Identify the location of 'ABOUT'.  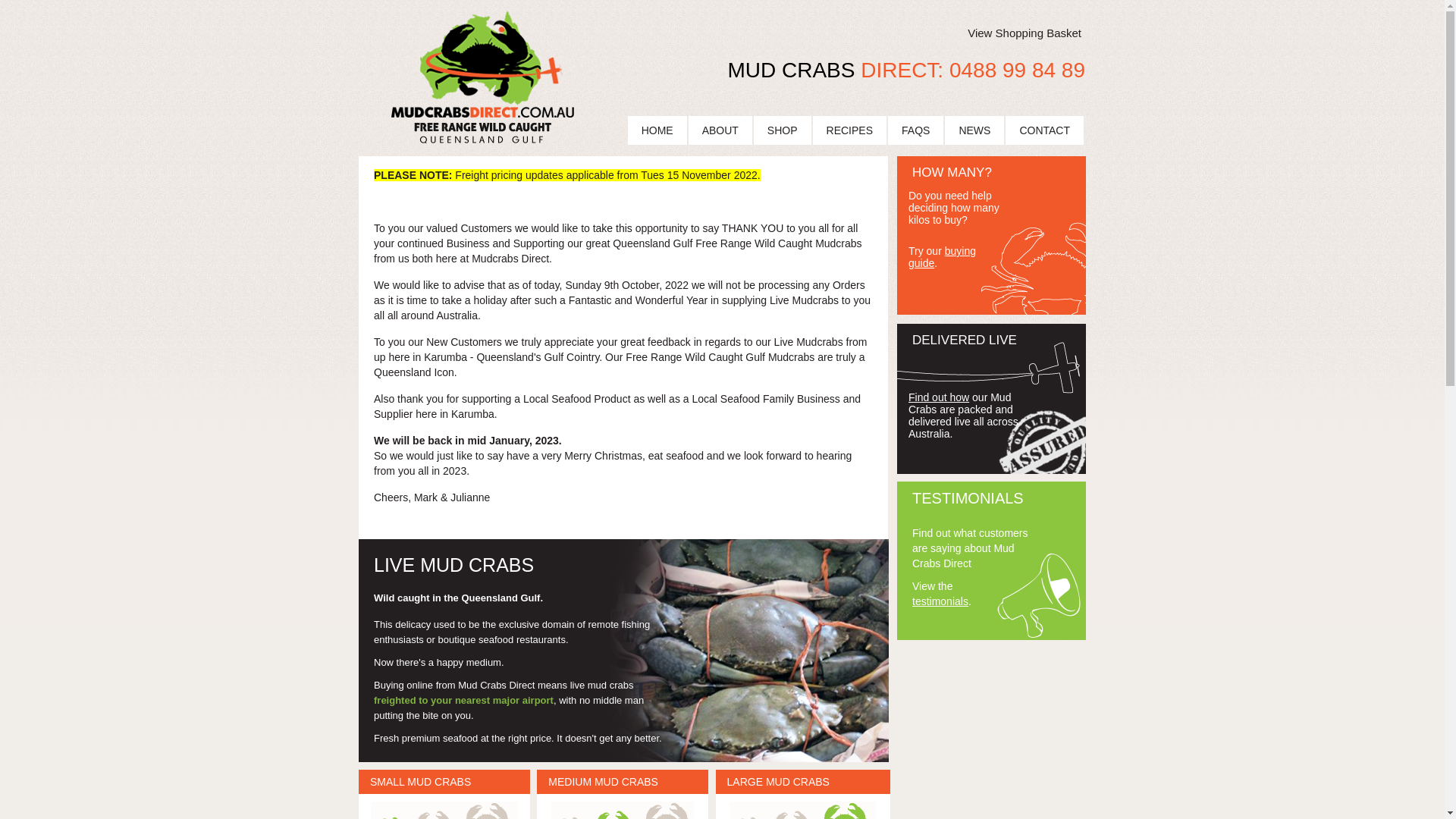
(720, 130).